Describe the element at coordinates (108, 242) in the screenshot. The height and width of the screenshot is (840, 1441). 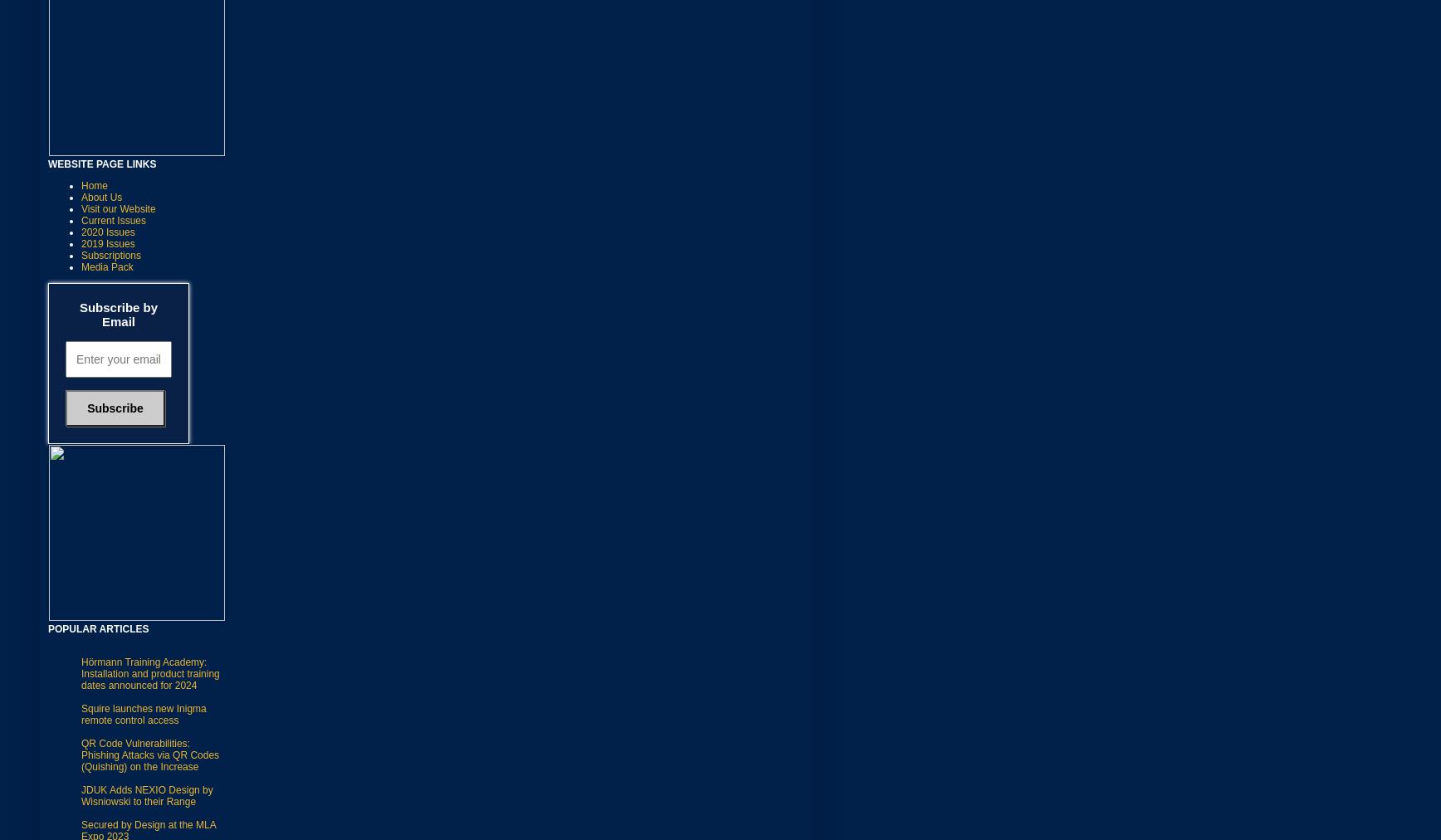
I see `'2019 Issues'` at that location.